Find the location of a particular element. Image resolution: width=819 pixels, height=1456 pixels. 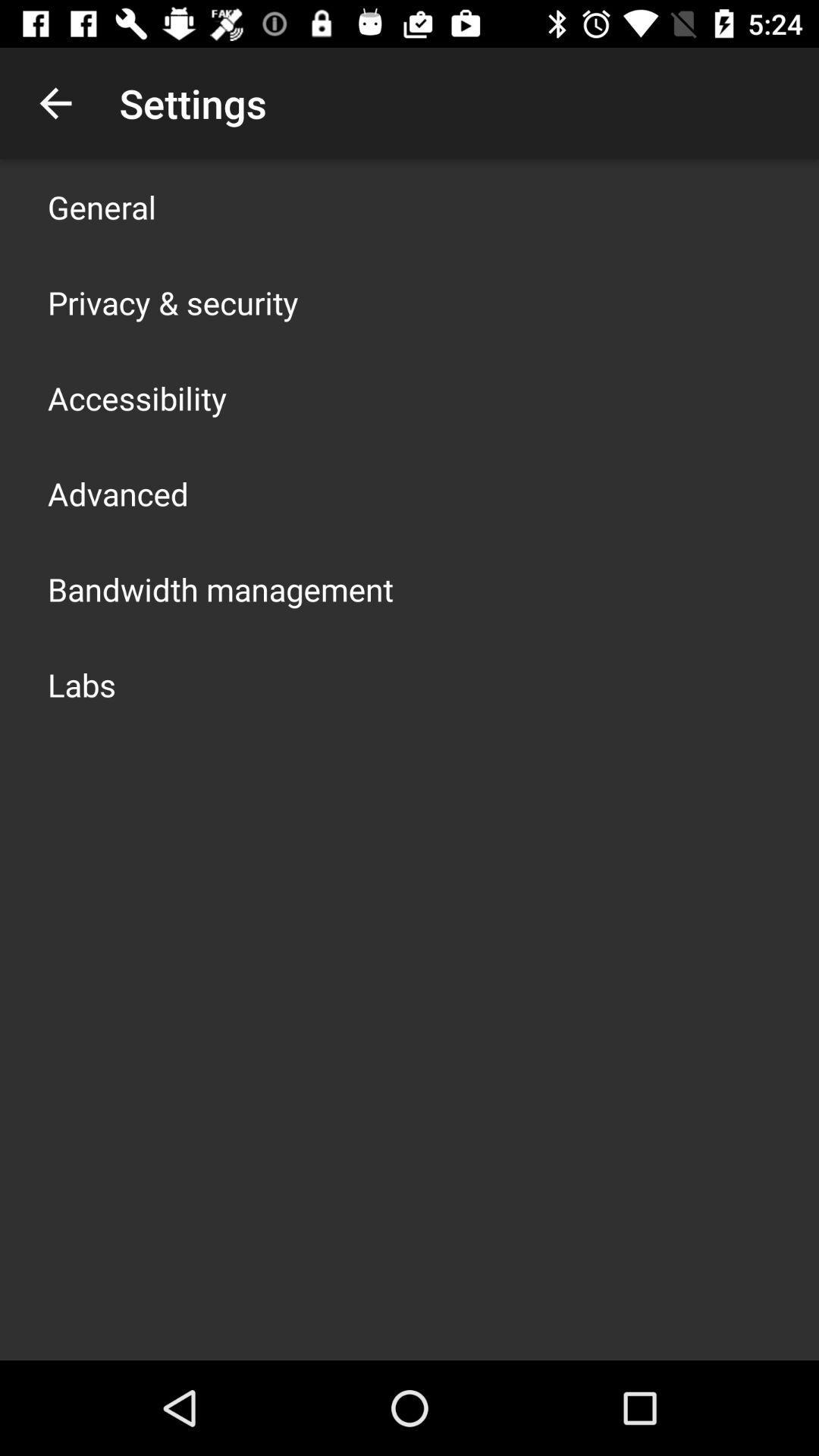

item below the general icon is located at coordinates (172, 302).